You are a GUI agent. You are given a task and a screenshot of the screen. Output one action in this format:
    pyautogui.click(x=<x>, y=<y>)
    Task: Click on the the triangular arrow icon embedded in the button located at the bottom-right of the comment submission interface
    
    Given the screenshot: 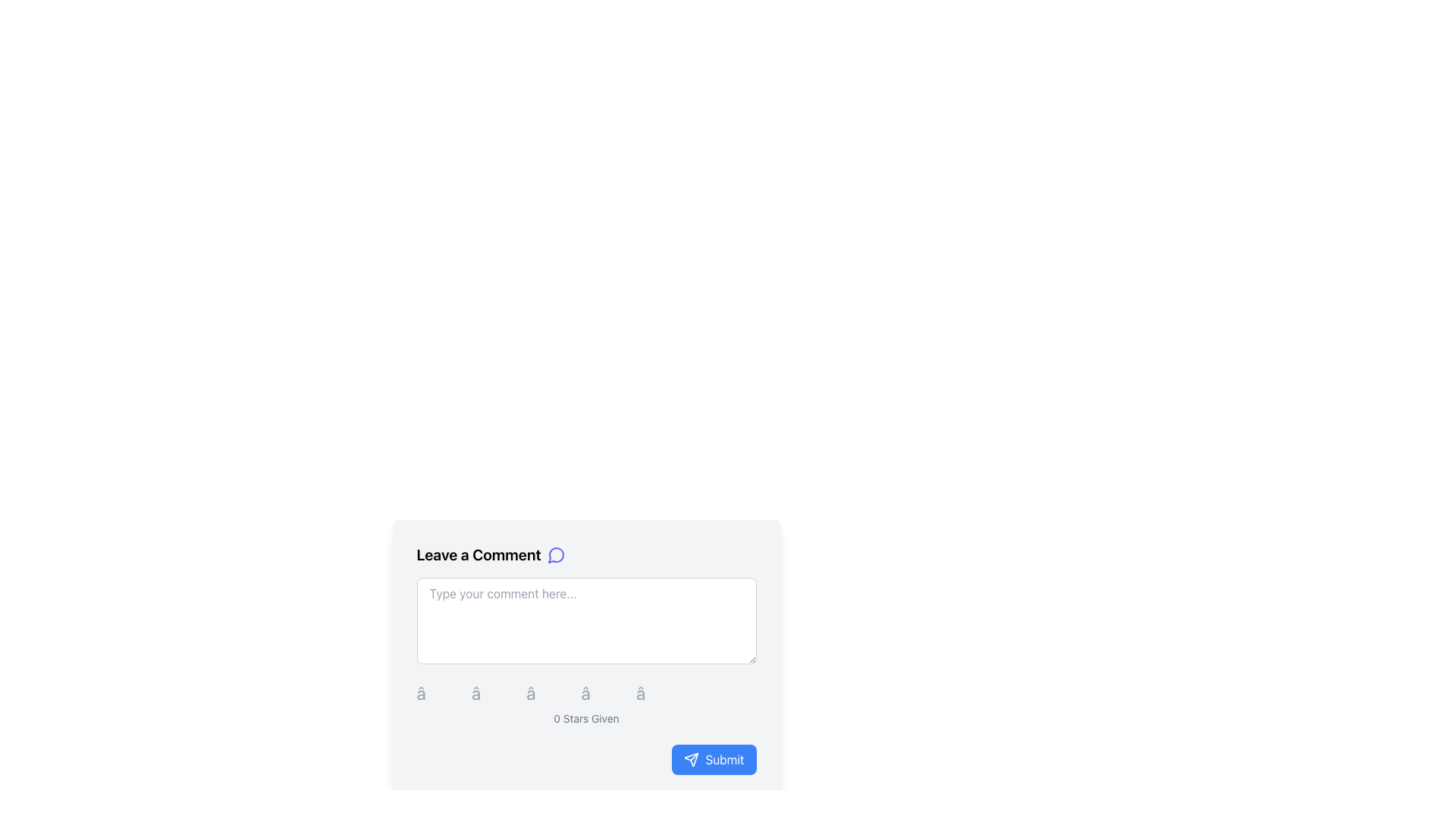 What is the action you would take?
    pyautogui.click(x=691, y=760)
    